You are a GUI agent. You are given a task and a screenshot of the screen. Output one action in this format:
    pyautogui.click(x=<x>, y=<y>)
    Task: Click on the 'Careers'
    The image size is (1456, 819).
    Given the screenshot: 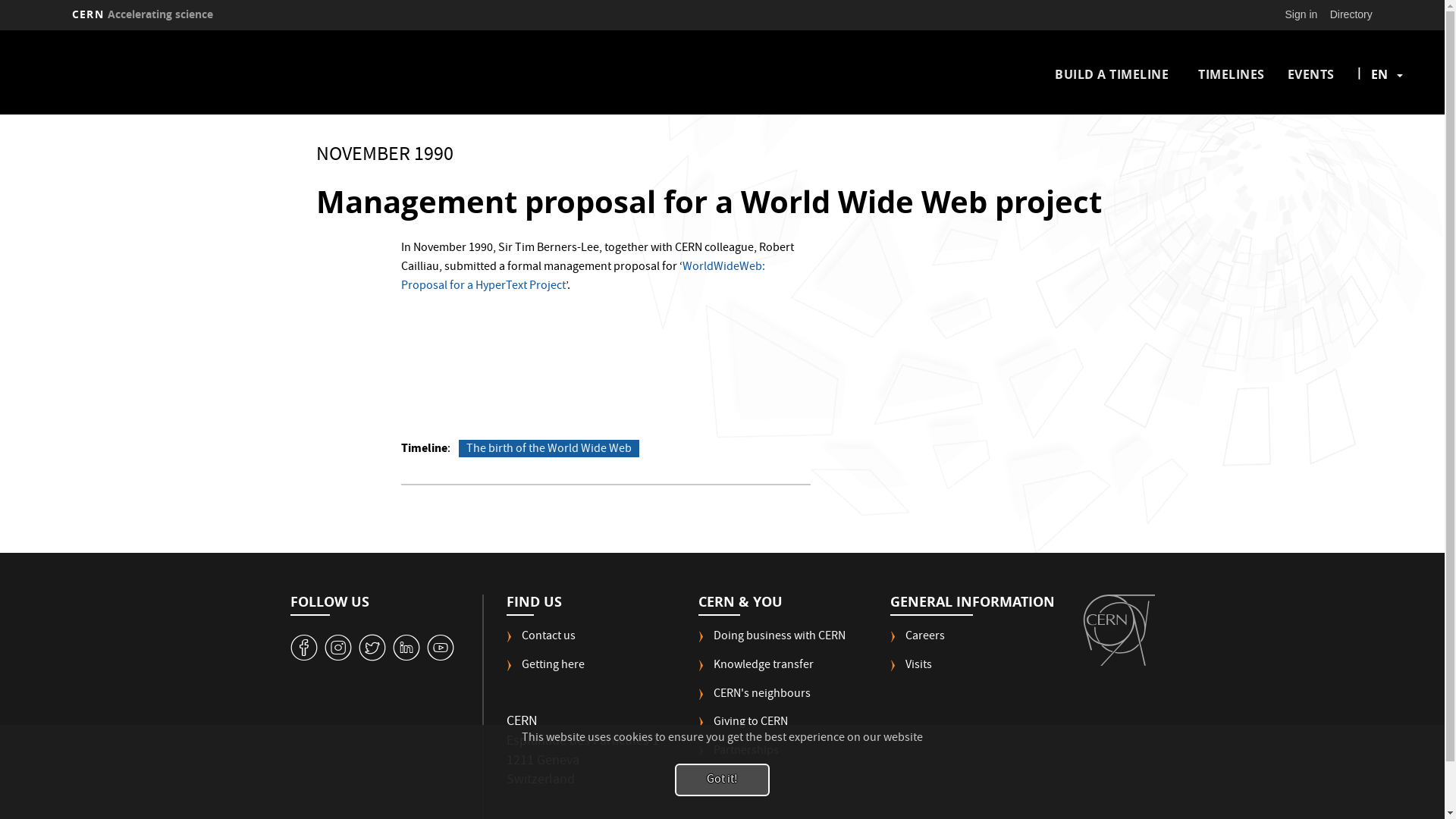 What is the action you would take?
    pyautogui.click(x=916, y=643)
    